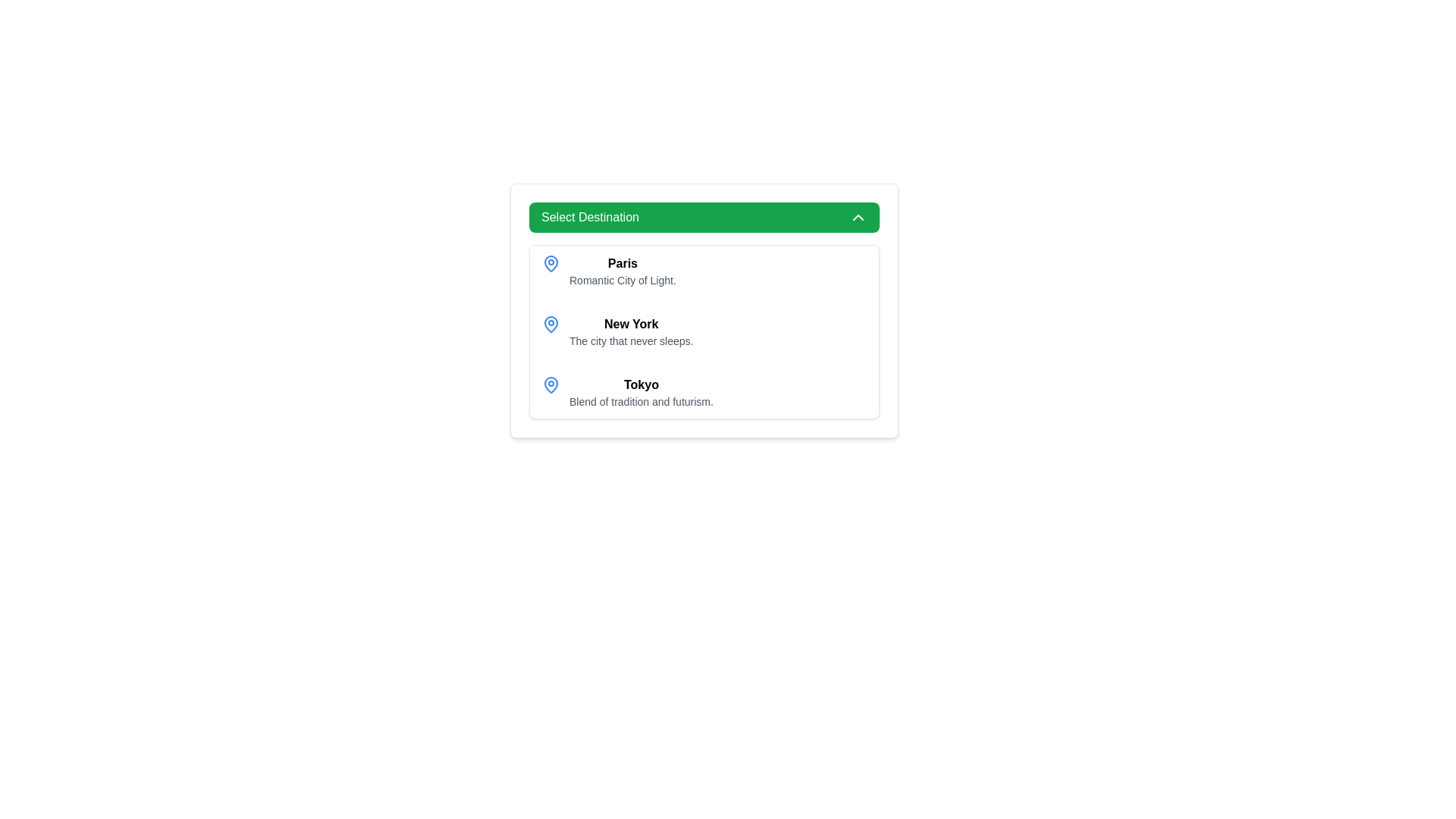 This screenshot has width=1456, height=819. What do you see at coordinates (631, 323) in the screenshot?
I see `the bold text label 'New York'` at bounding box center [631, 323].